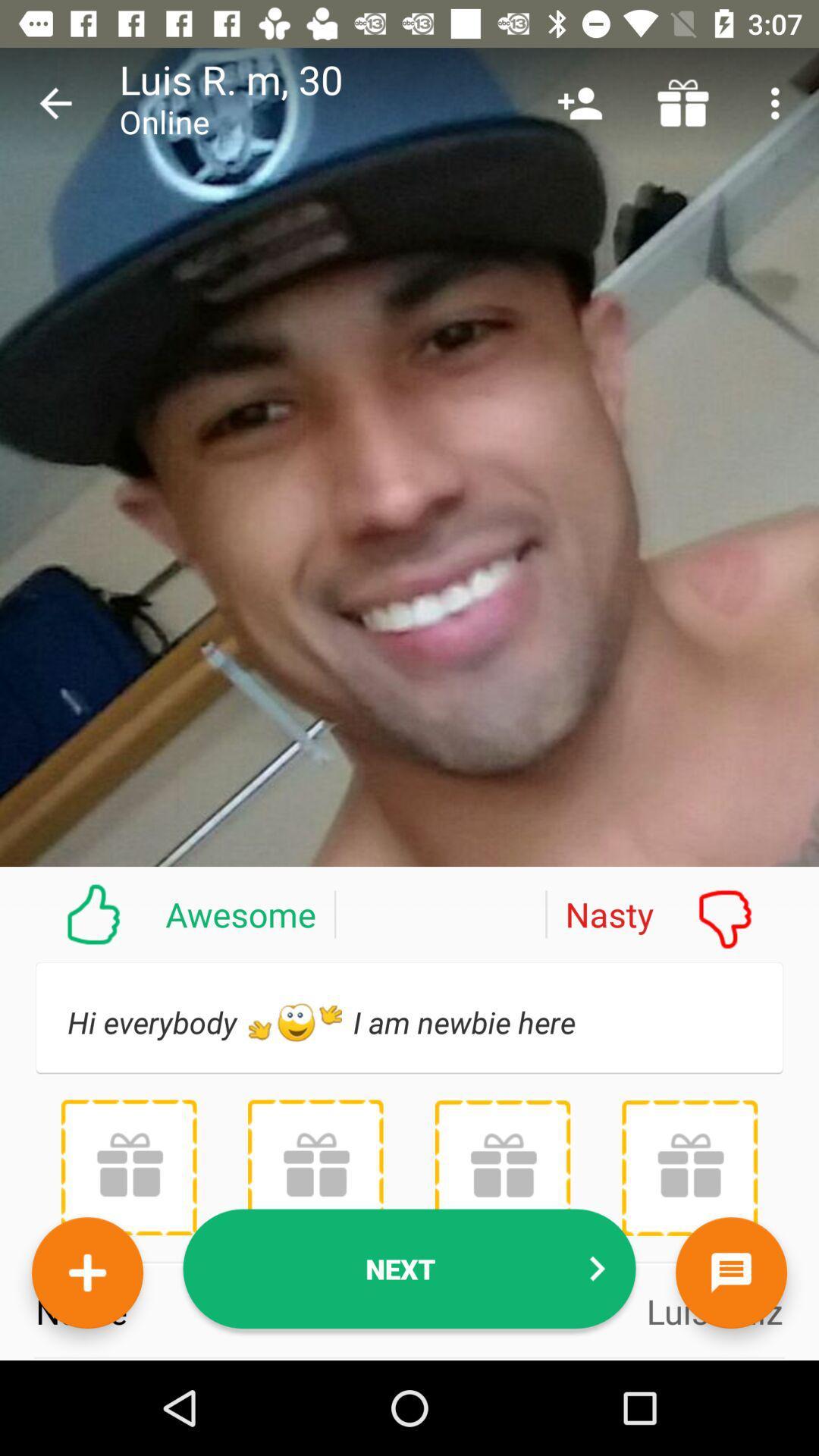 The width and height of the screenshot is (819, 1456). I want to click on the item below hi everybody h, so click(128, 1166).